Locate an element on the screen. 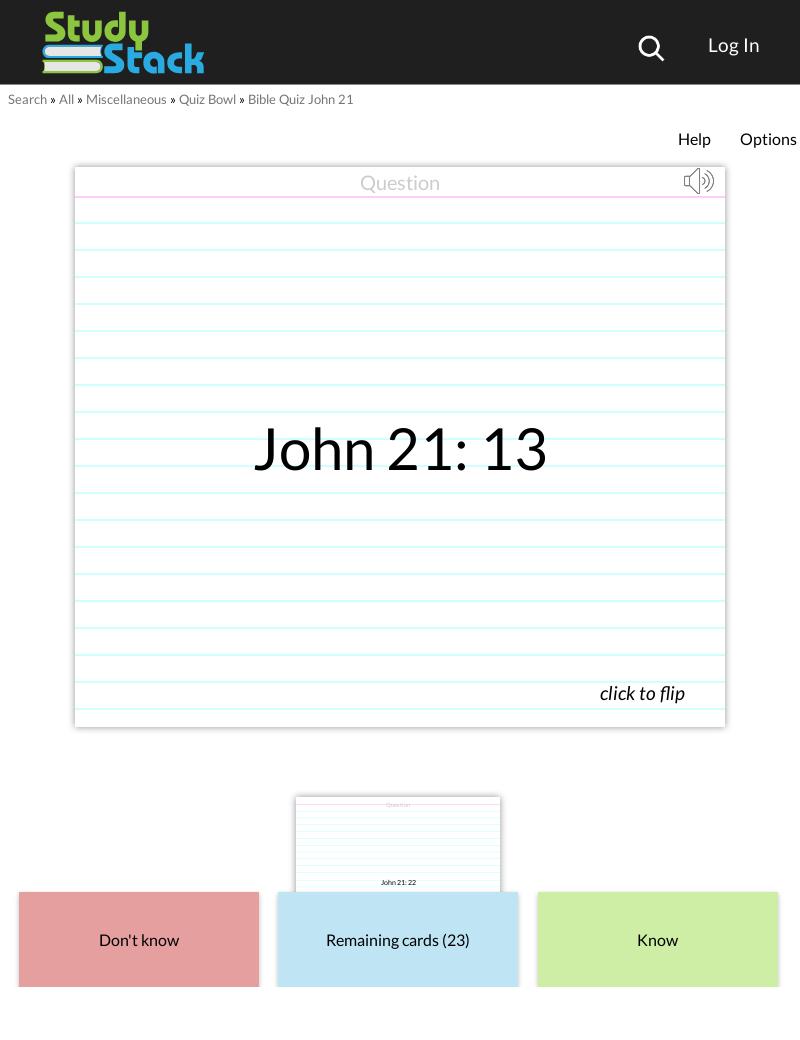  'Miscellaneous' is located at coordinates (125, 98).